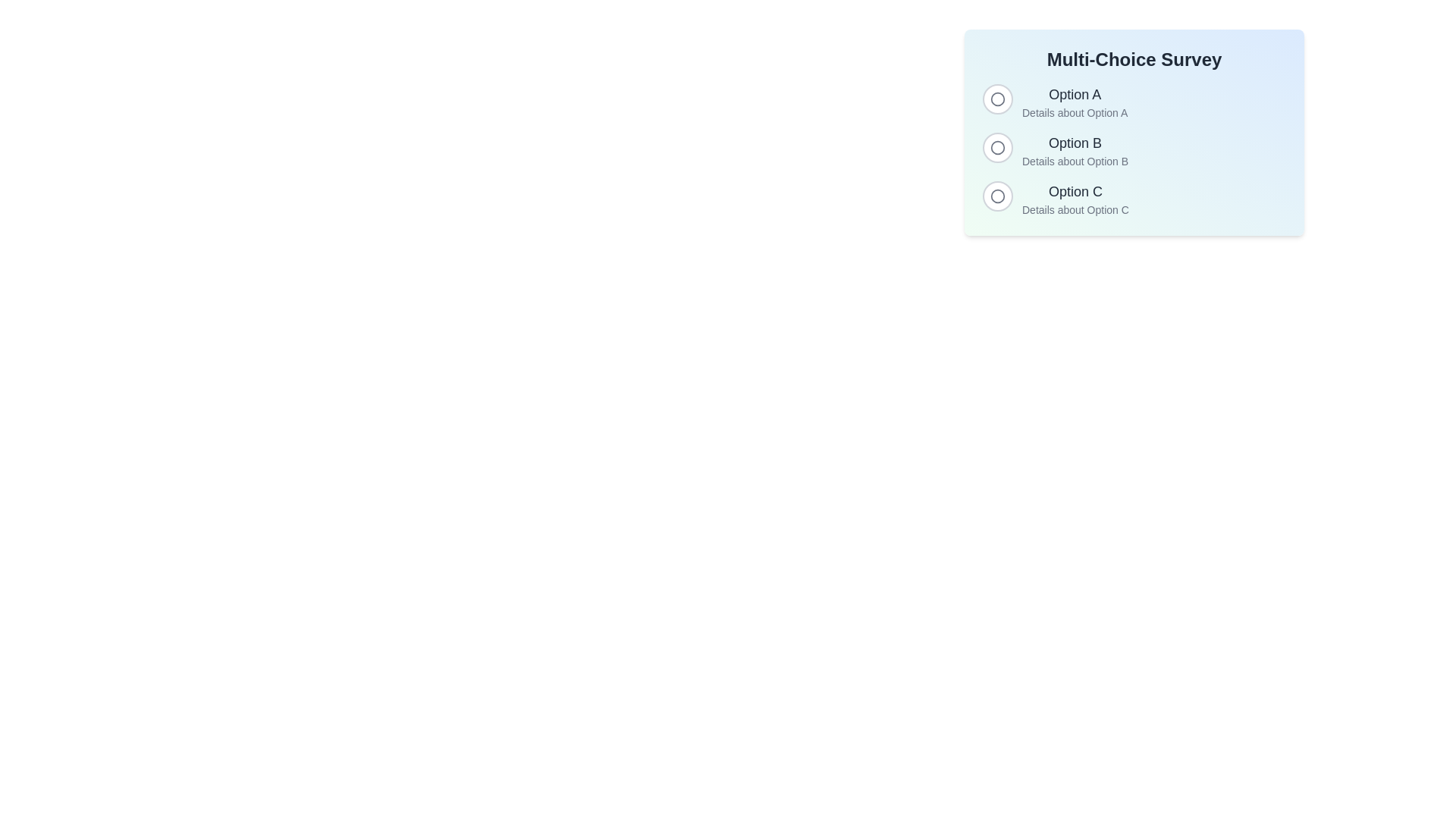 This screenshot has height=819, width=1456. I want to click on the radio button for 'Option C', so click(1134, 198).